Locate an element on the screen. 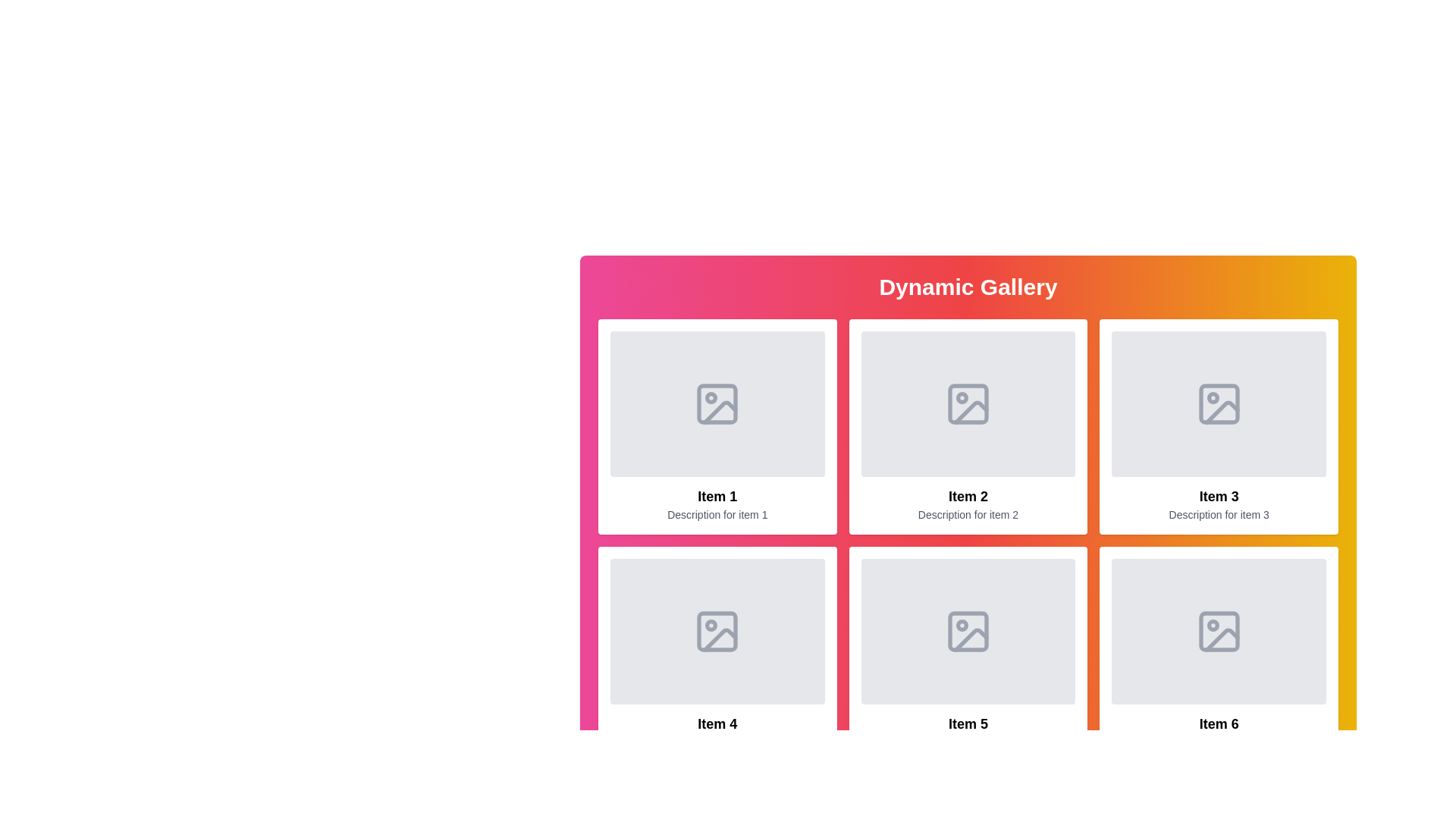 This screenshot has height=819, width=1456. the image placeholder located in the fifth item of the grid gallery layout is located at coordinates (967, 632).